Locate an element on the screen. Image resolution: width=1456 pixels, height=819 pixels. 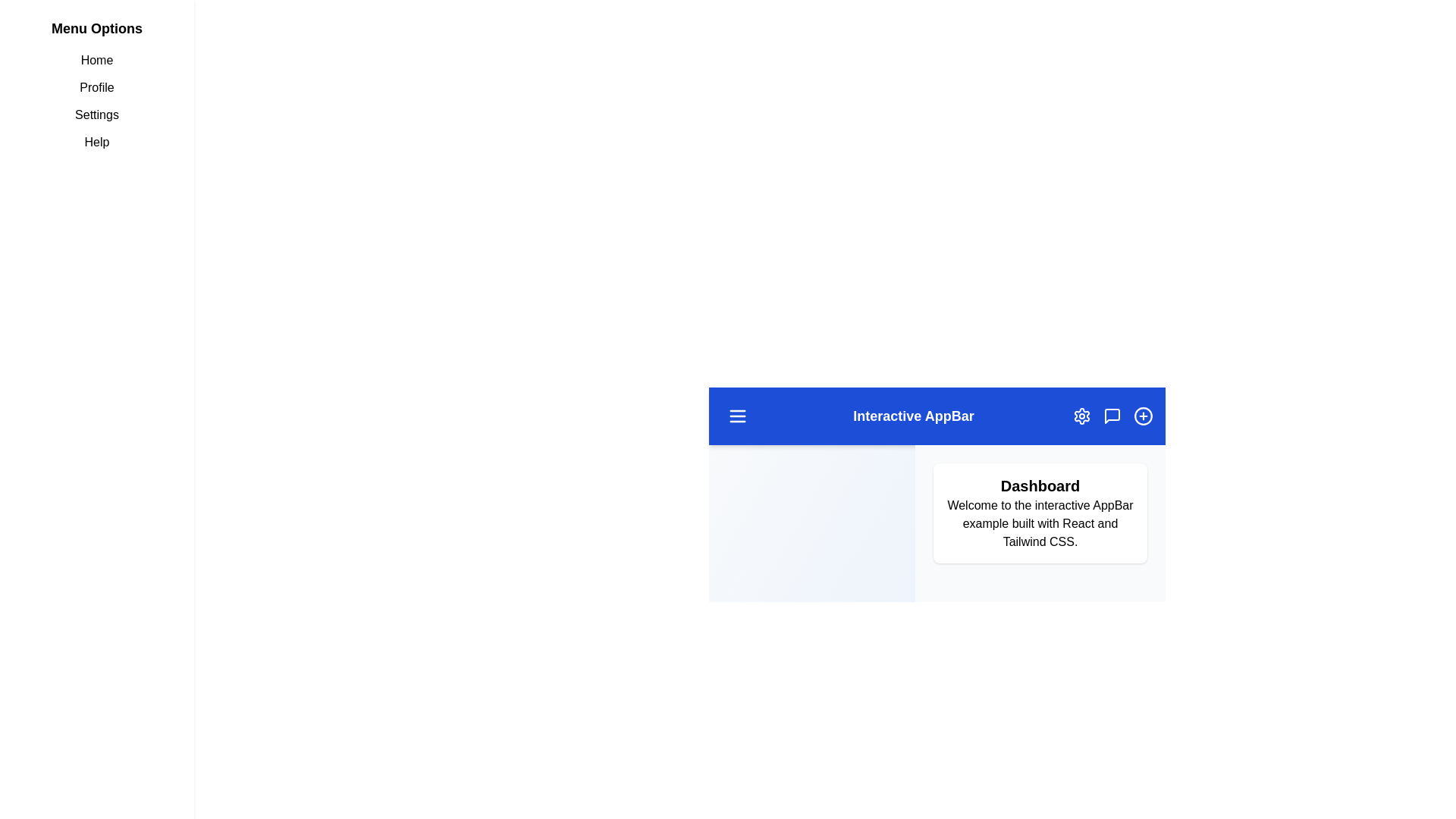
the 'Settings' icon in the AppBar is located at coordinates (1081, 416).